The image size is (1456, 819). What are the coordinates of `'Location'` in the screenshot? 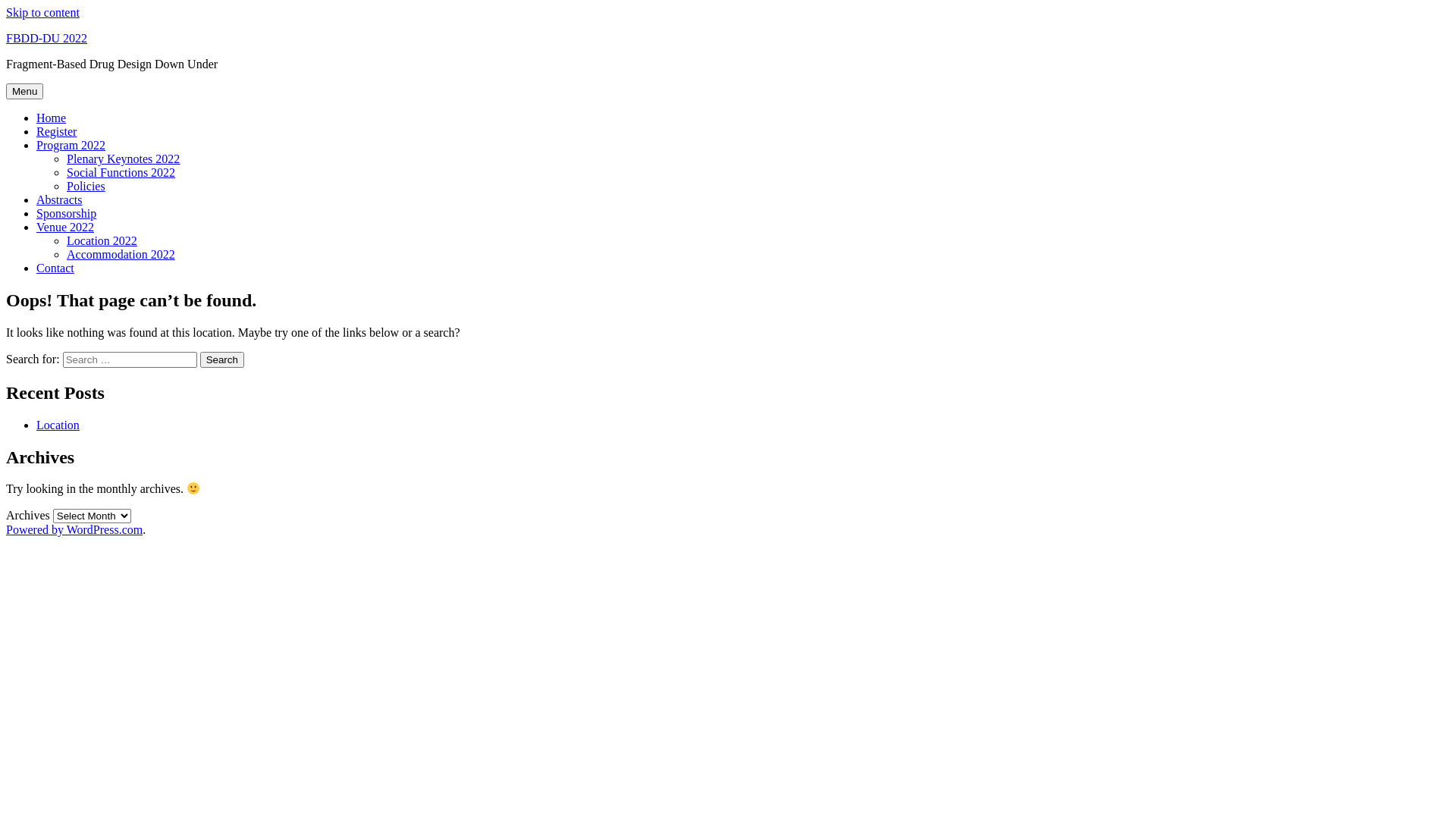 It's located at (58, 425).